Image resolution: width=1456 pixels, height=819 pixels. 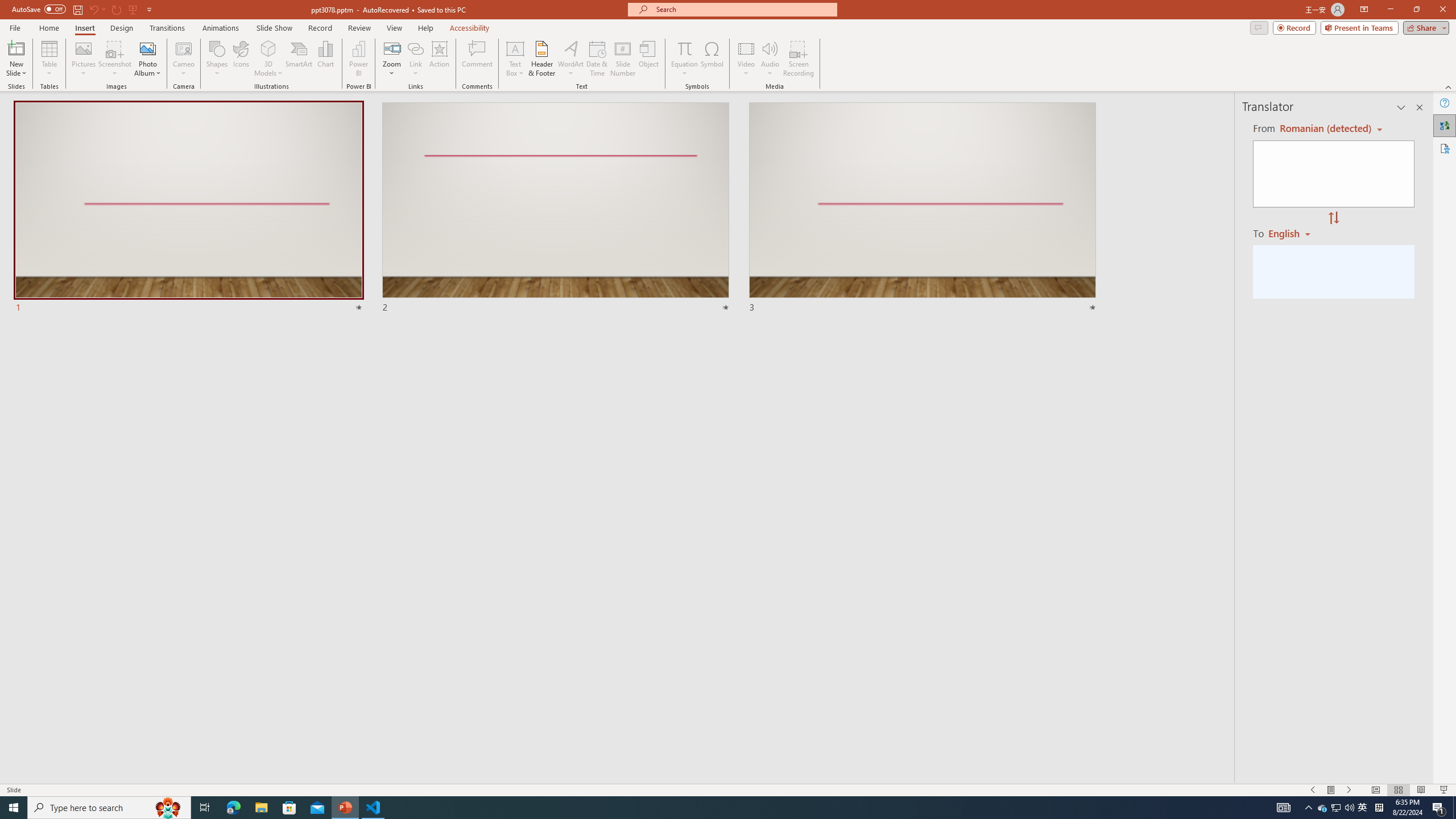 What do you see at coordinates (684, 48) in the screenshot?
I see `'Equation'` at bounding box center [684, 48].